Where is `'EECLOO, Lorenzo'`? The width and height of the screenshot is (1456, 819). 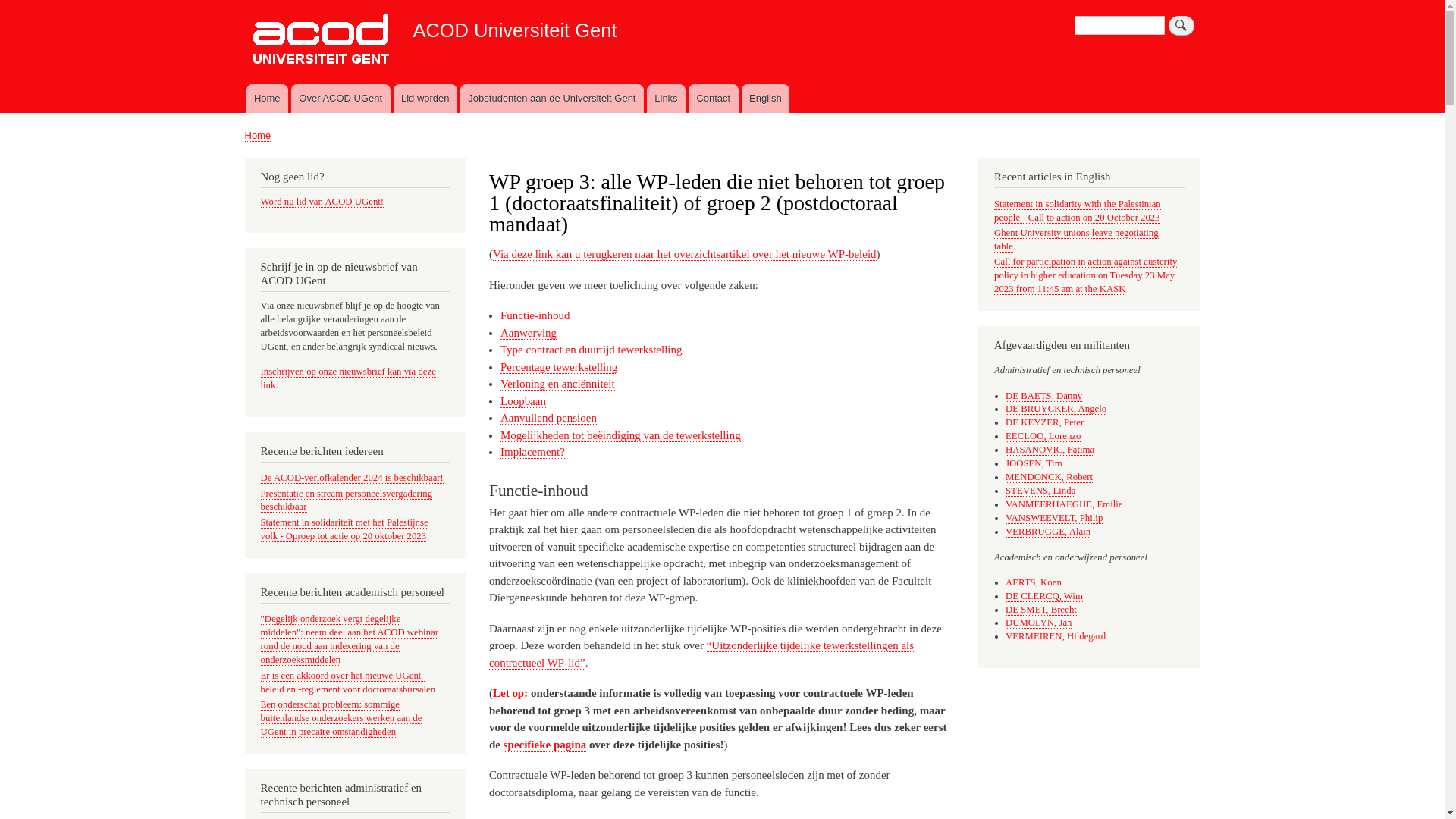 'EECLOO, Lorenzo' is located at coordinates (1042, 436).